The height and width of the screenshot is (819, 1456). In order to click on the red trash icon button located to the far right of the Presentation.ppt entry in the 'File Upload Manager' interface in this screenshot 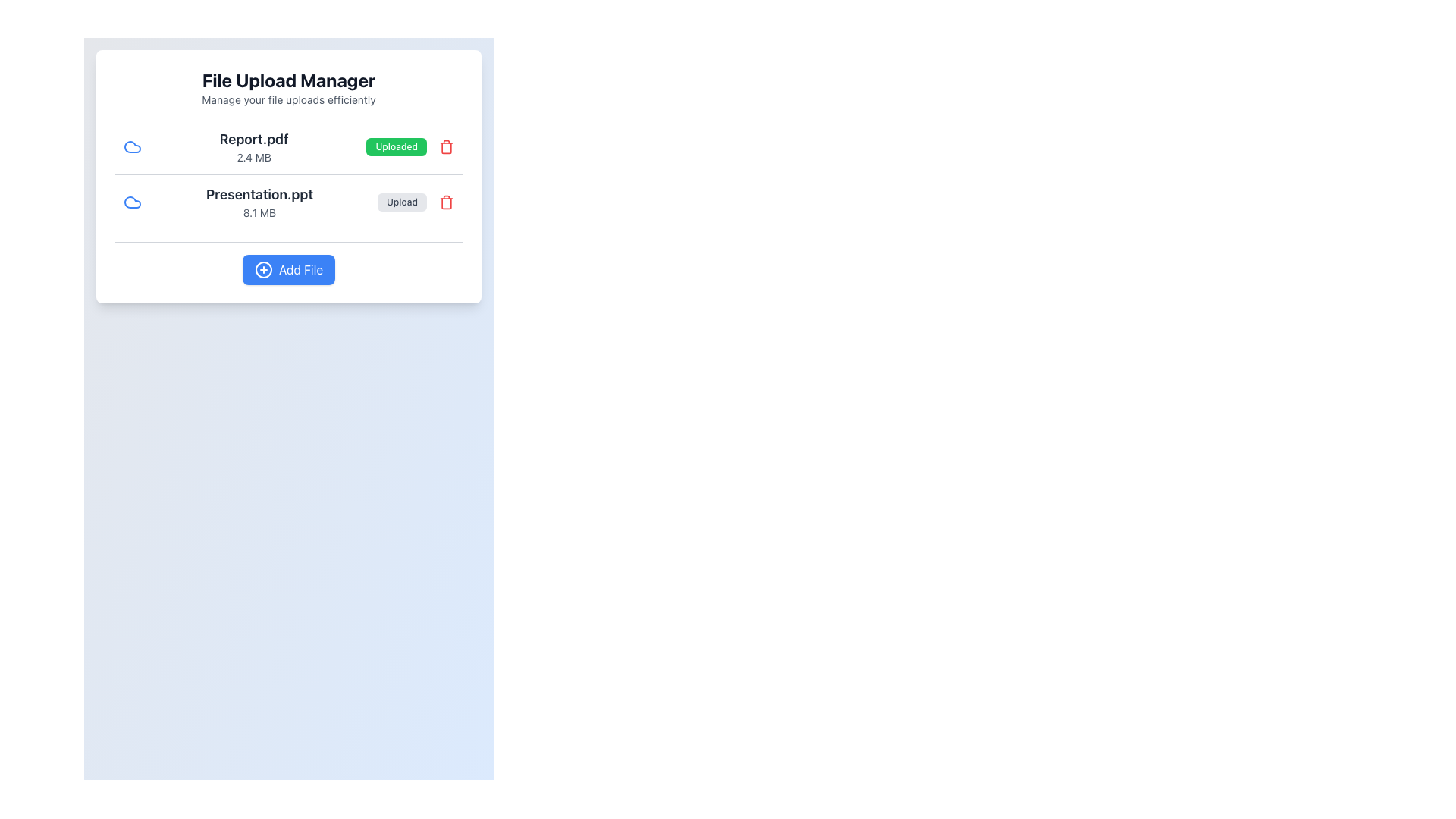, I will do `click(446, 201)`.